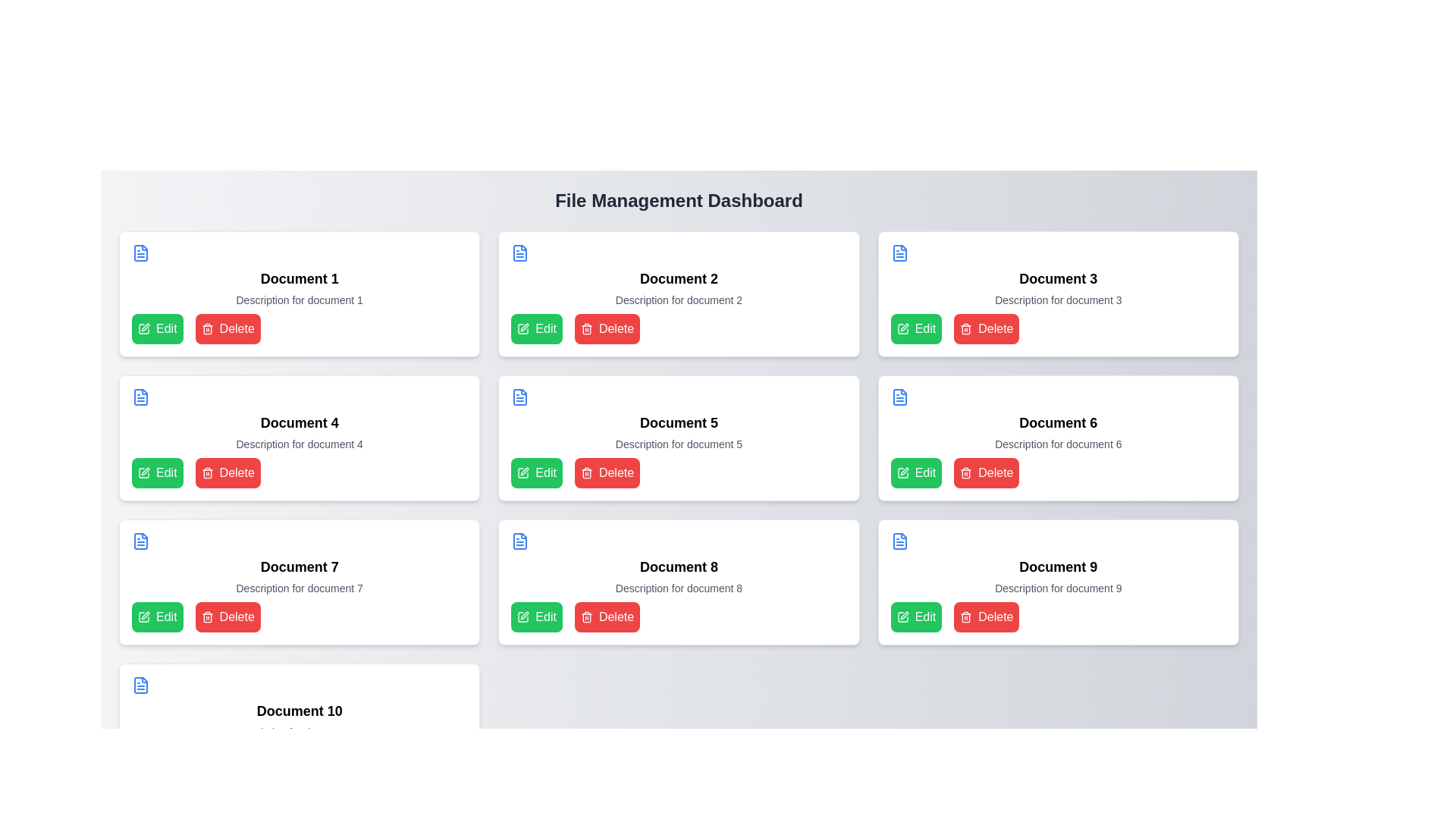  Describe the element at coordinates (607, 328) in the screenshot. I see `the delete button in the 'Document 2' card` at that location.